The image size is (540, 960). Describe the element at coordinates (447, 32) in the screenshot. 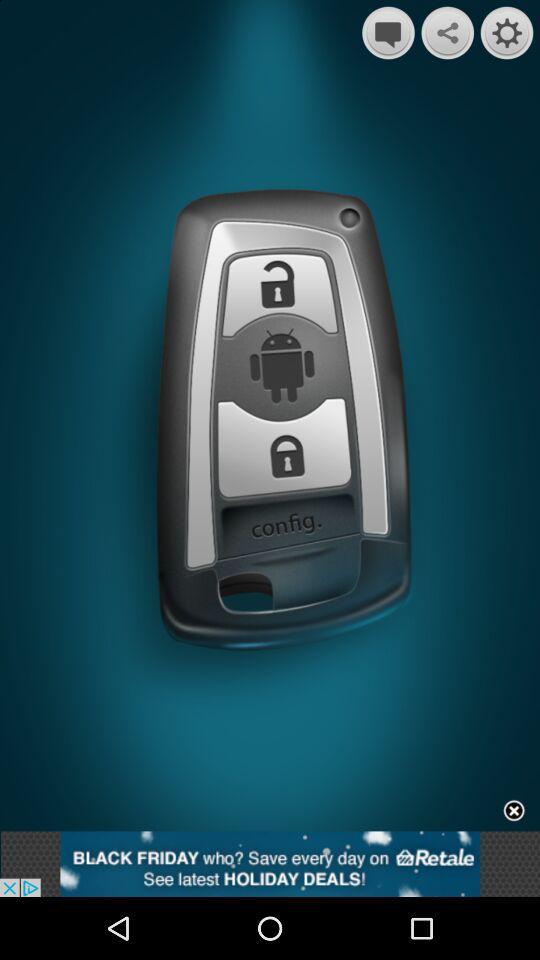

I see `share` at that location.